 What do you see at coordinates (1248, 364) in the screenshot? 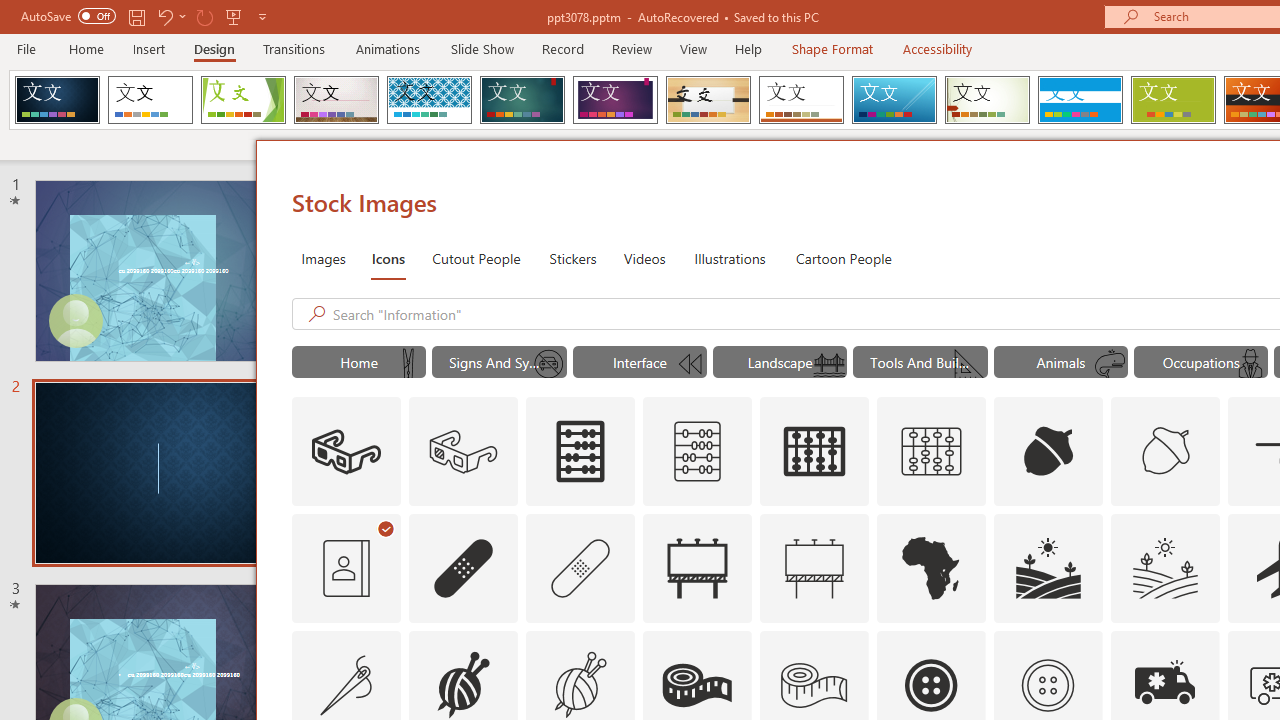
I see `'AutomationID: Icons_DetectiveMale_M'` at bounding box center [1248, 364].